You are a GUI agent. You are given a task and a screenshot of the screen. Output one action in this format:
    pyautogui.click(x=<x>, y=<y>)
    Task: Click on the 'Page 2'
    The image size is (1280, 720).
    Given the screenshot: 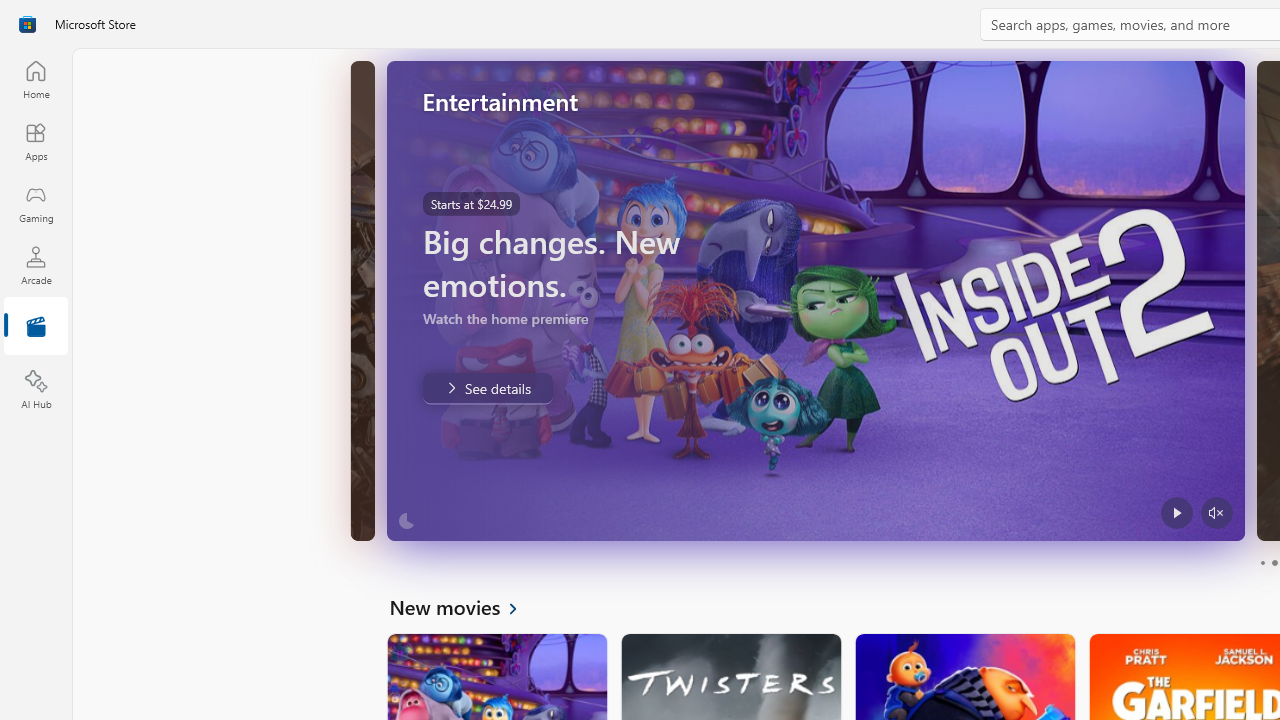 What is the action you would take?
    pyautogui.click(x=1273, y=563)
    